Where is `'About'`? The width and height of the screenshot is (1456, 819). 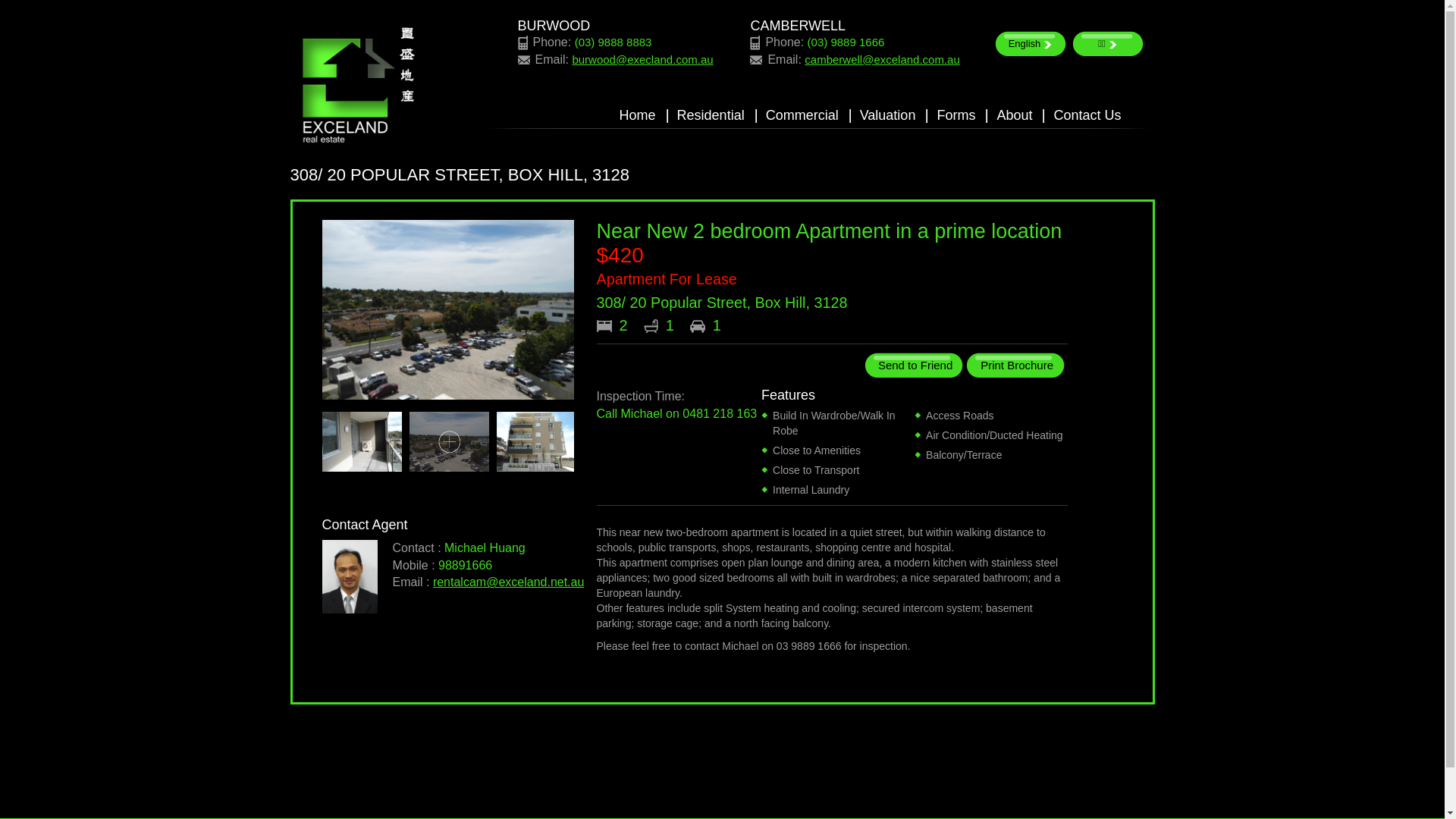
'About' is located at coordinates (1014, 115).